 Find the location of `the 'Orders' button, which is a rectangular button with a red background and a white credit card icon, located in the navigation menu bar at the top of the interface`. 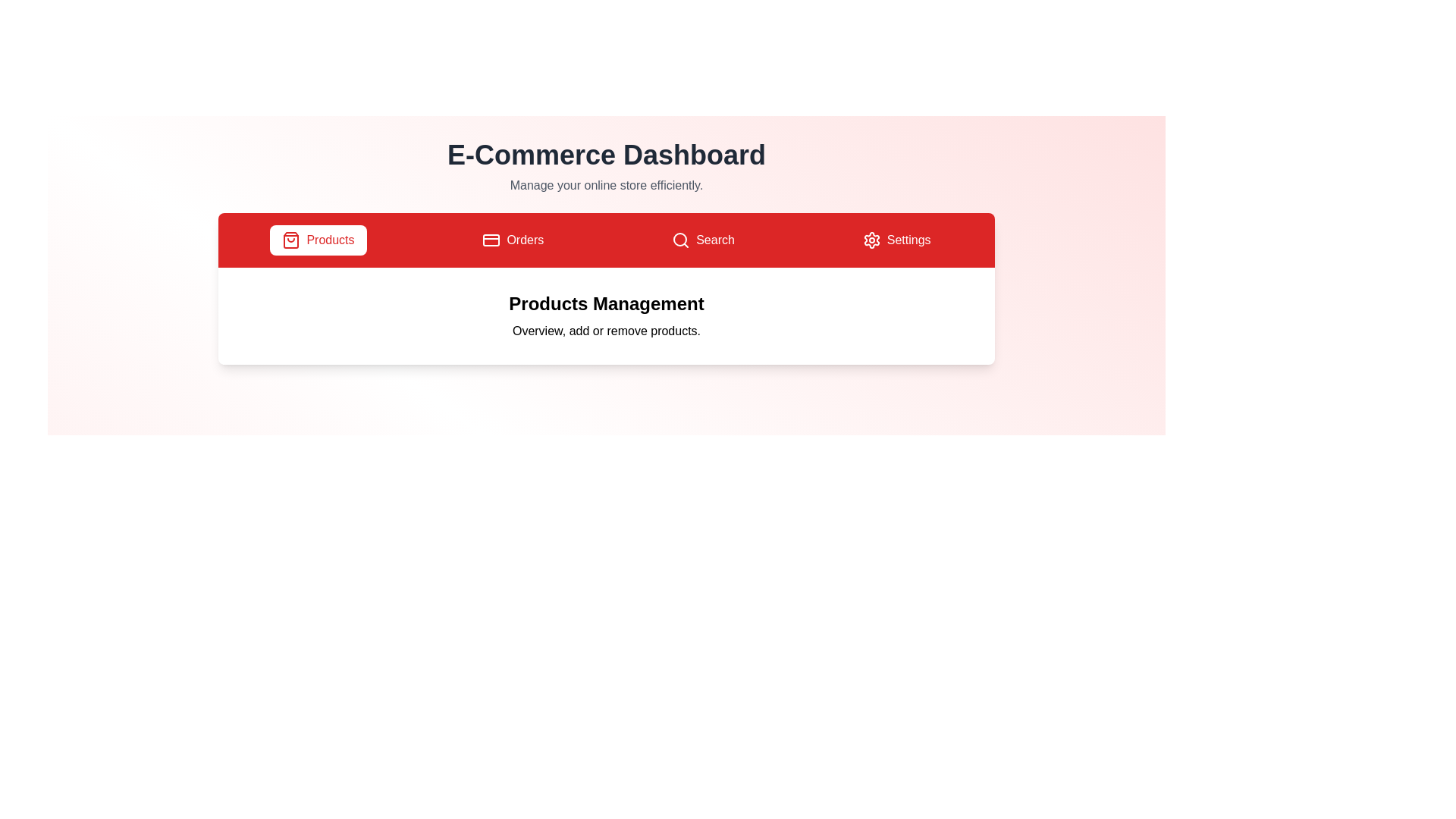

the 'Orders' button, which is a rectangular button with a red background and a white credit card icon, located in the navigation menu bar at the top of the interface is located at coordinates (513, 239).